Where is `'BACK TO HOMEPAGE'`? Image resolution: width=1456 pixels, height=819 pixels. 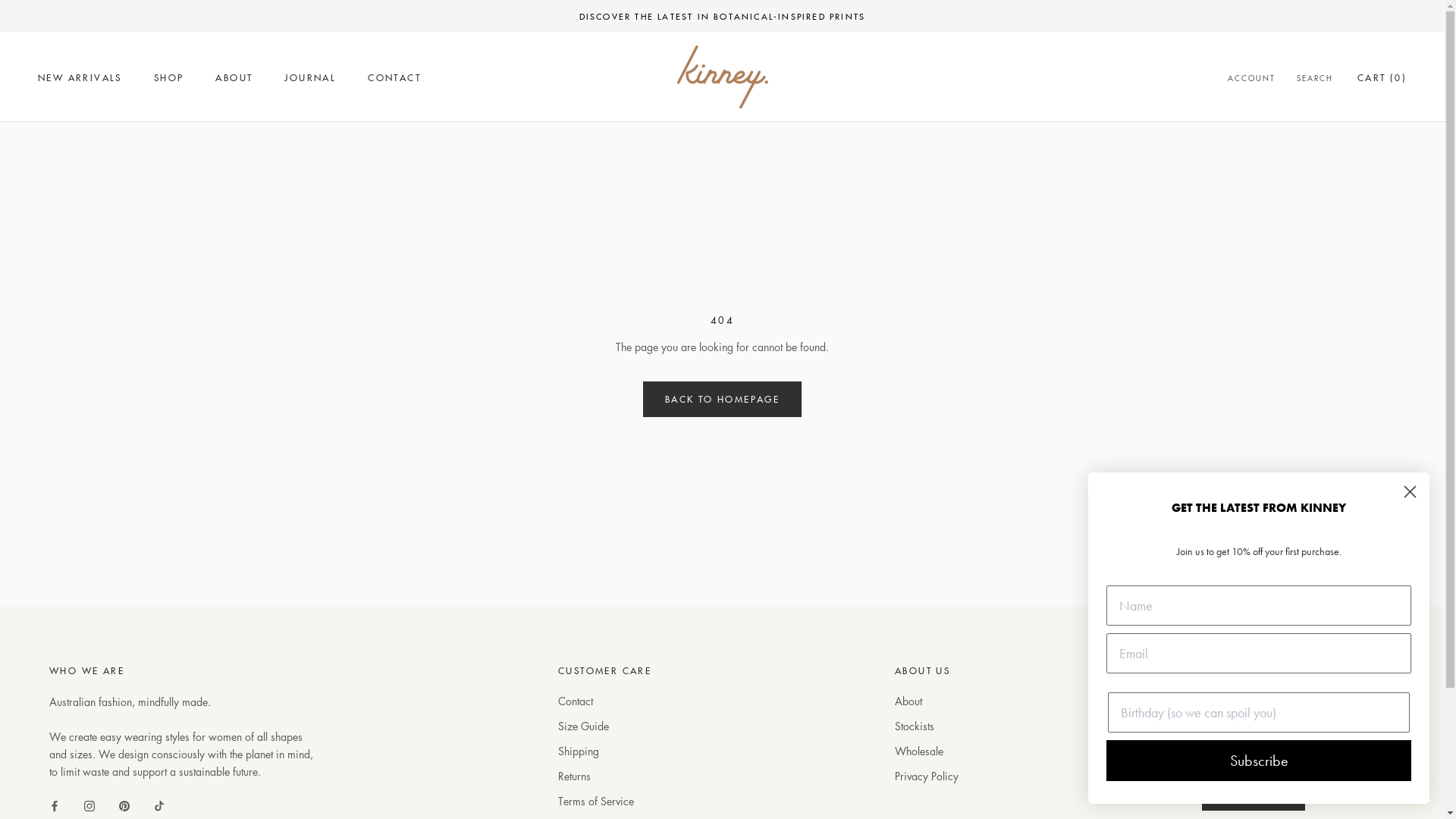
'BACK TO HOMEPAGE' is located at coordinates (721, 398).